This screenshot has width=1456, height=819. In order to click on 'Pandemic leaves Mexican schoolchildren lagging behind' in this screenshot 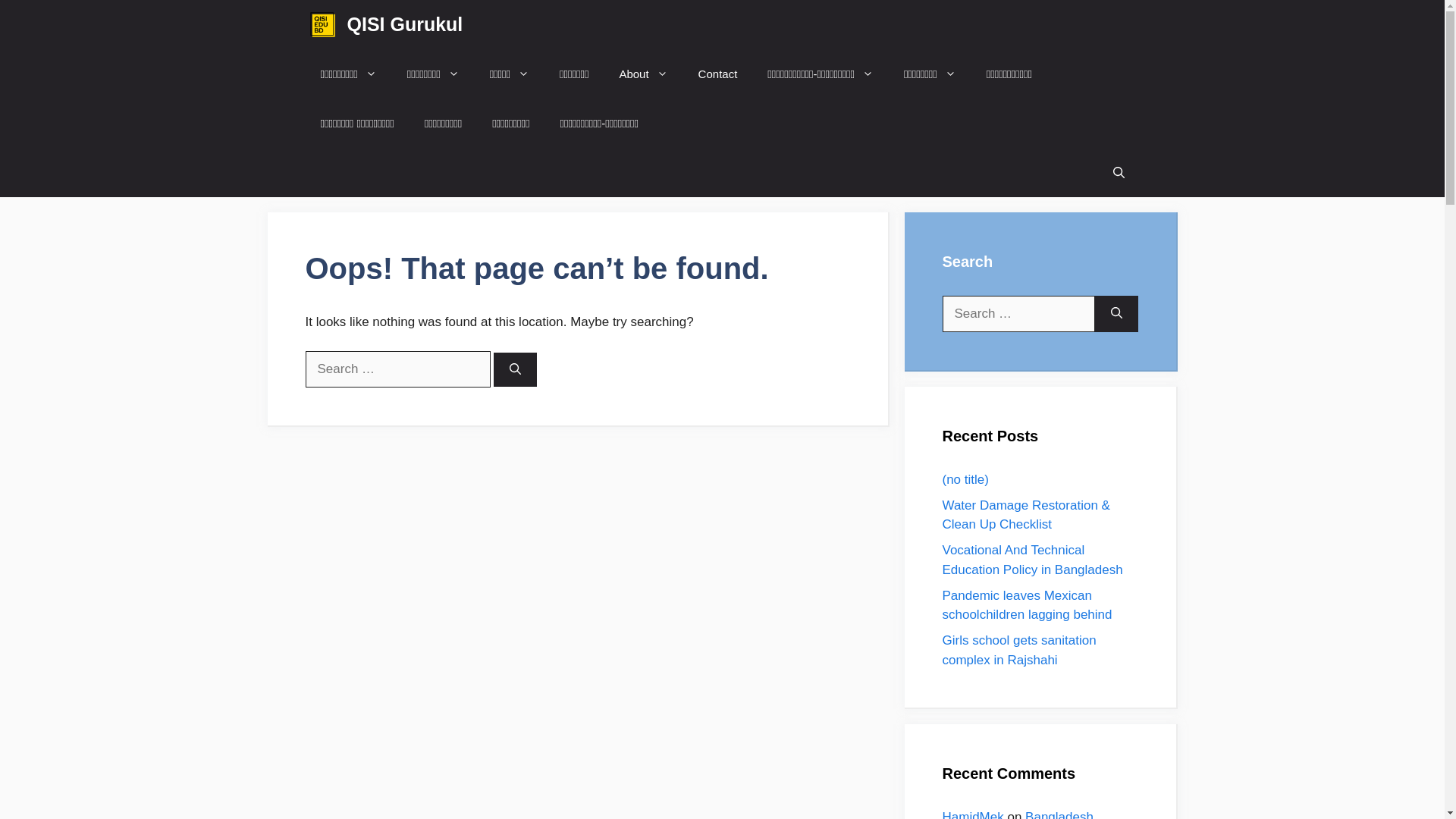, I will do `click(941, 604)`.